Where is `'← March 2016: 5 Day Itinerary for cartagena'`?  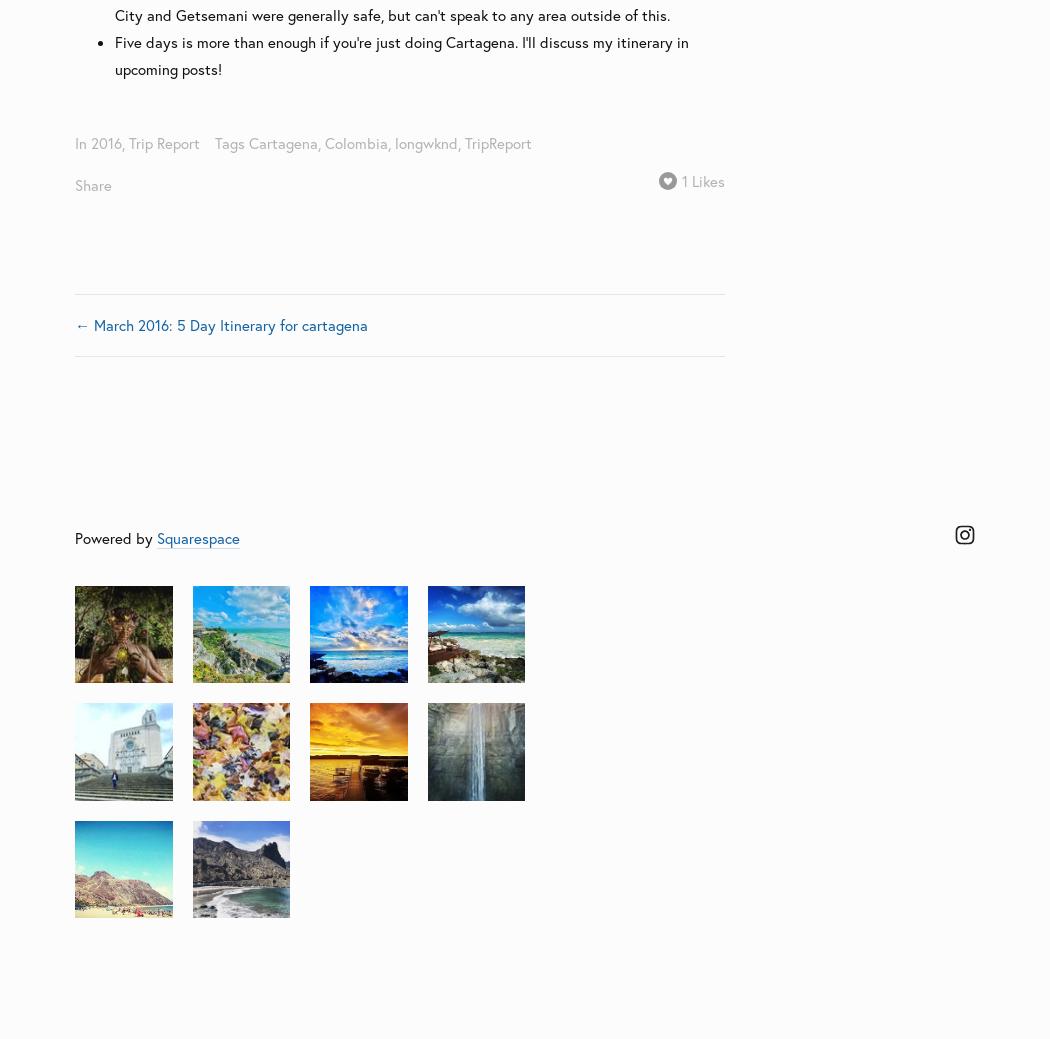
'← March 2016: 5 Day Itinerary for cartagena' is located at coordinates (220, 323).